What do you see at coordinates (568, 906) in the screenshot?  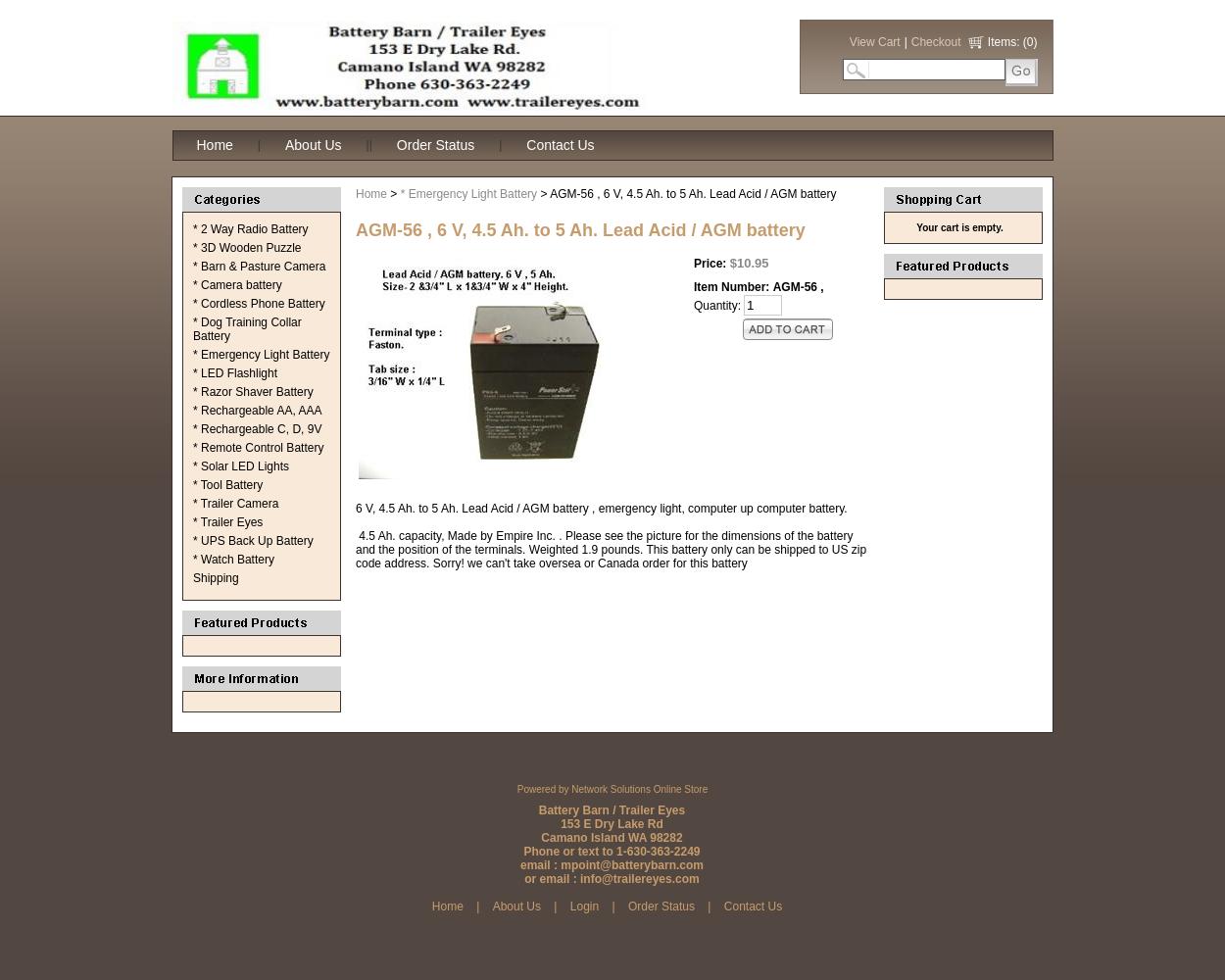 I see `'Login'` at bounding box center [568, 906].